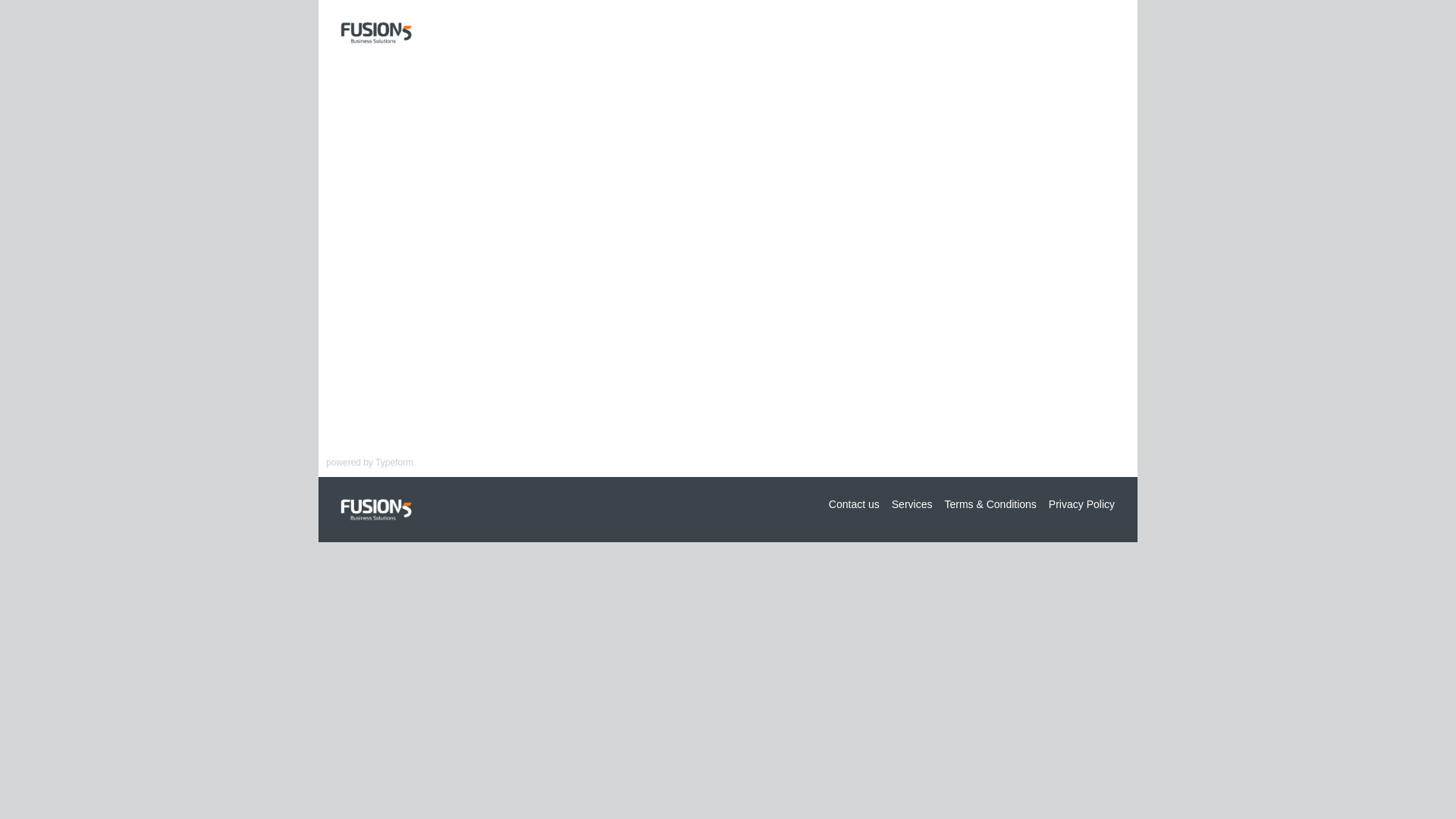 Image resolution: width=1456 pixels, height=819 pixels. What do you see at coordinates (912, 504) in the screenshot?
I see `'Services'` at bounding box center [912, 504].